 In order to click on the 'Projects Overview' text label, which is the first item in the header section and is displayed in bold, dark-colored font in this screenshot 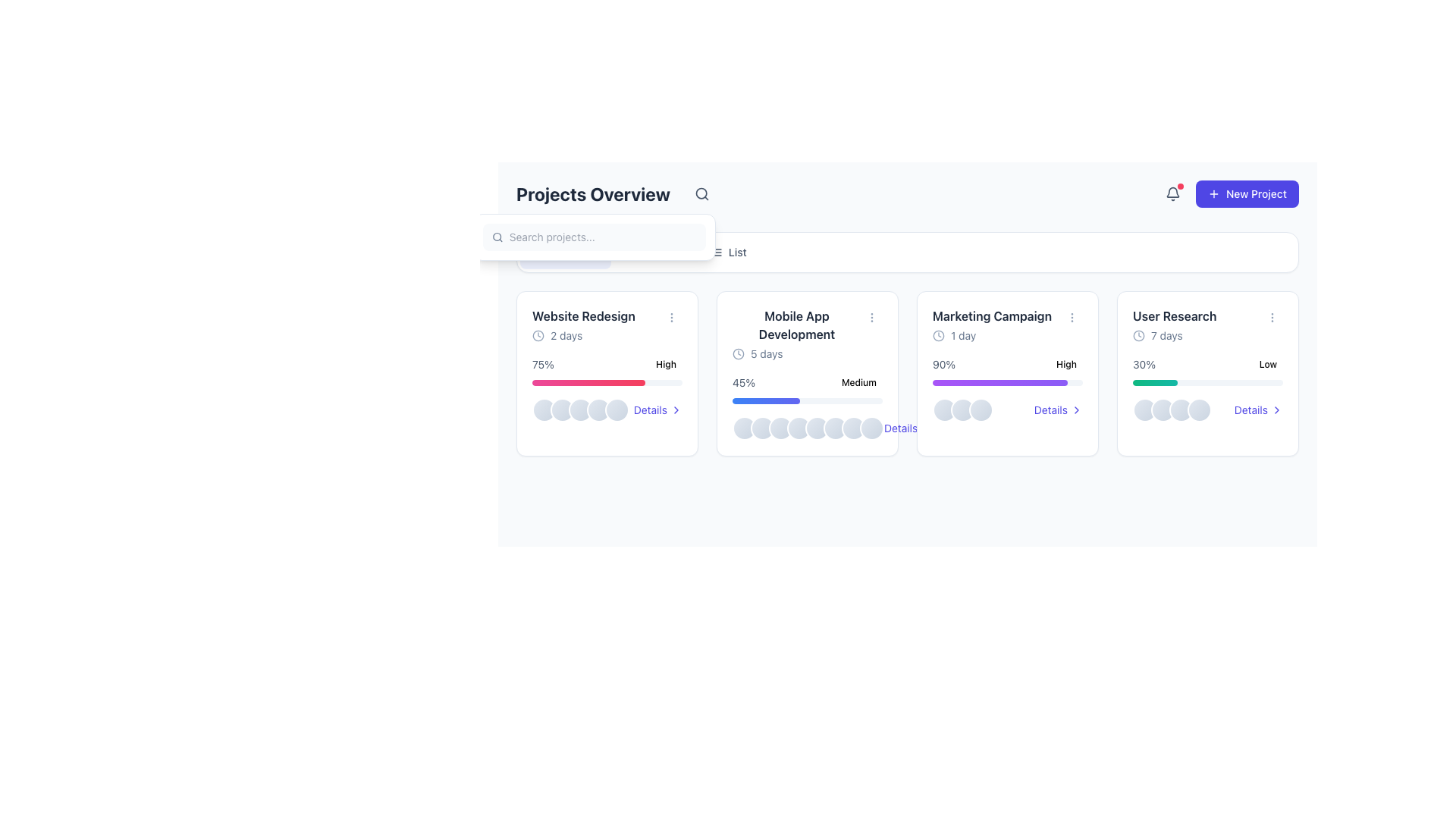, I will do `click(616, 193)`.